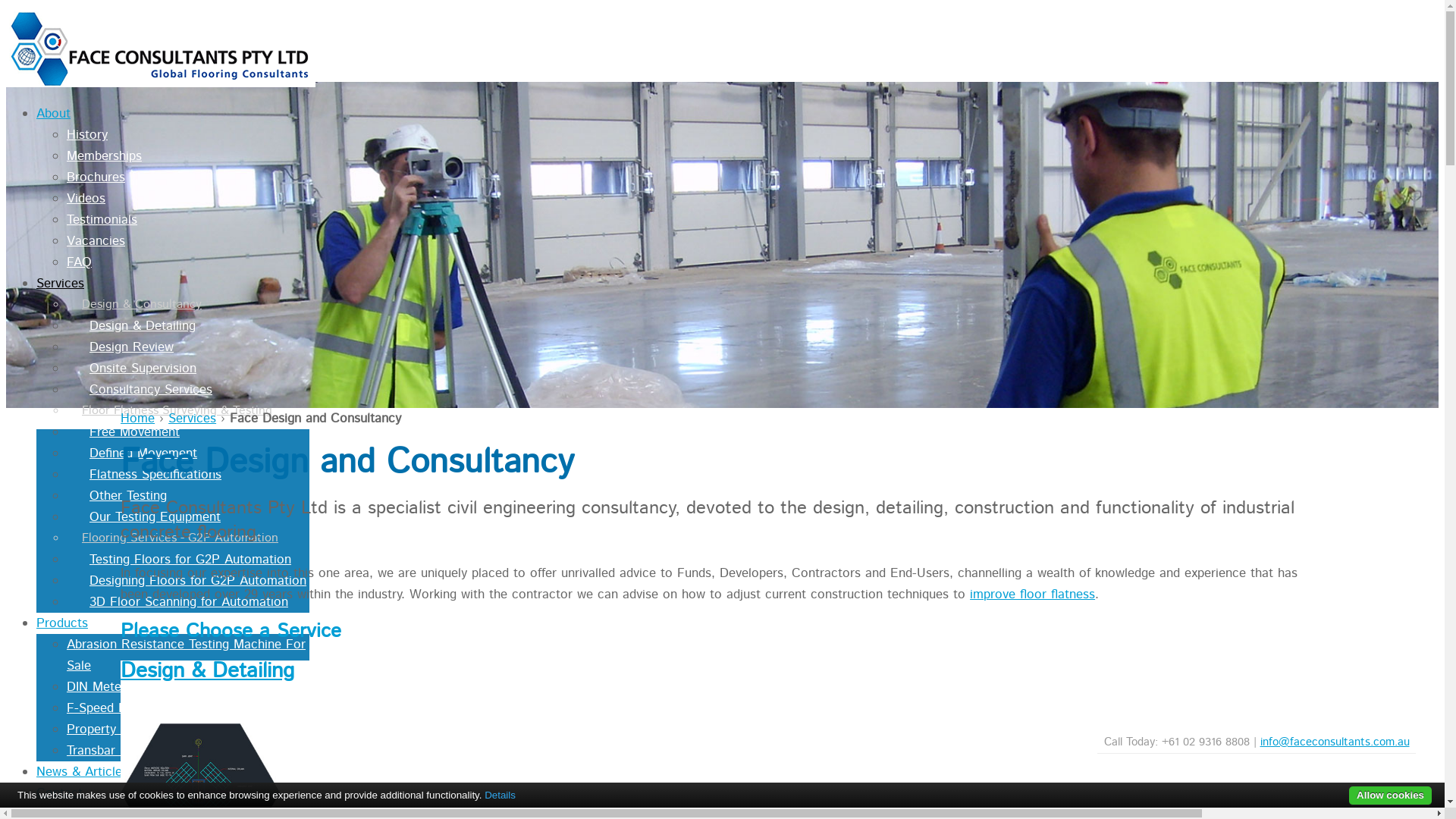 Image resolution: width=1456 pixels, height=819 pixels. Describe the element at coordinates (115, 496) in the screenshot. I see `'Other Testing'` at that location.